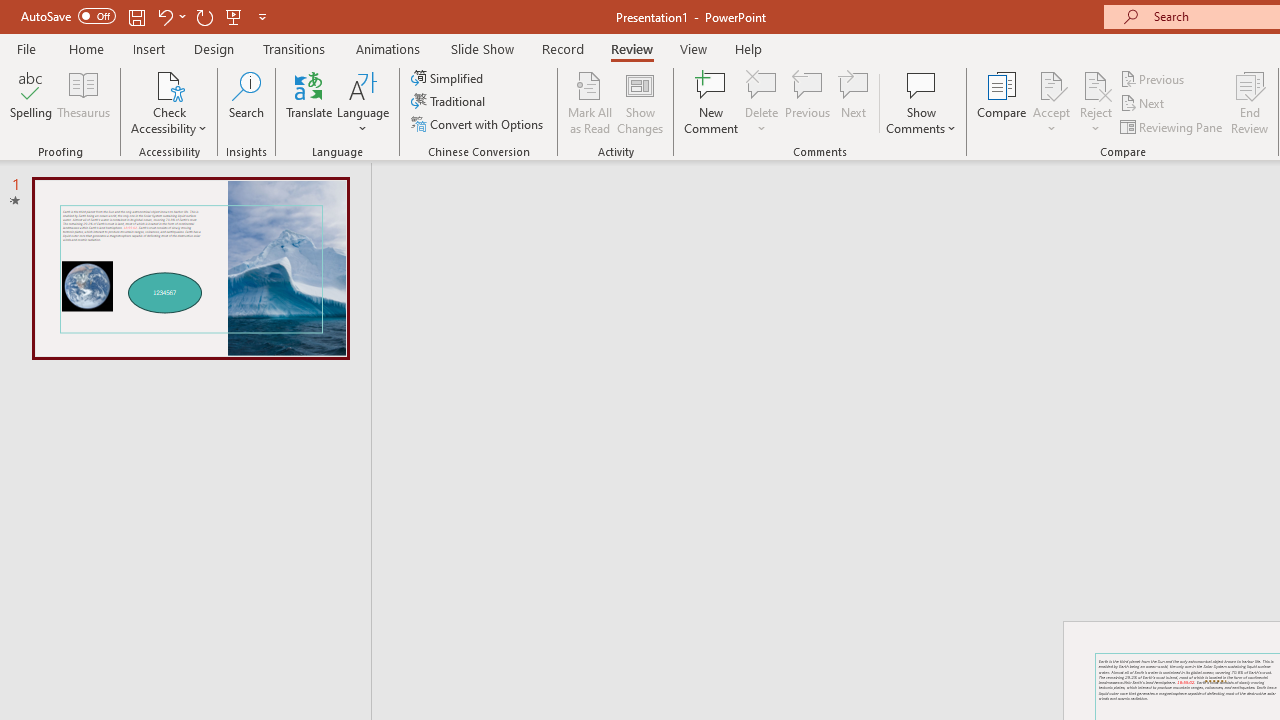 This screenshot has width=1280, height=720. What do you see at coordinates (1002, 103) in the screenshot?
I see `'Compare'` at bounding box center [1002, 103].